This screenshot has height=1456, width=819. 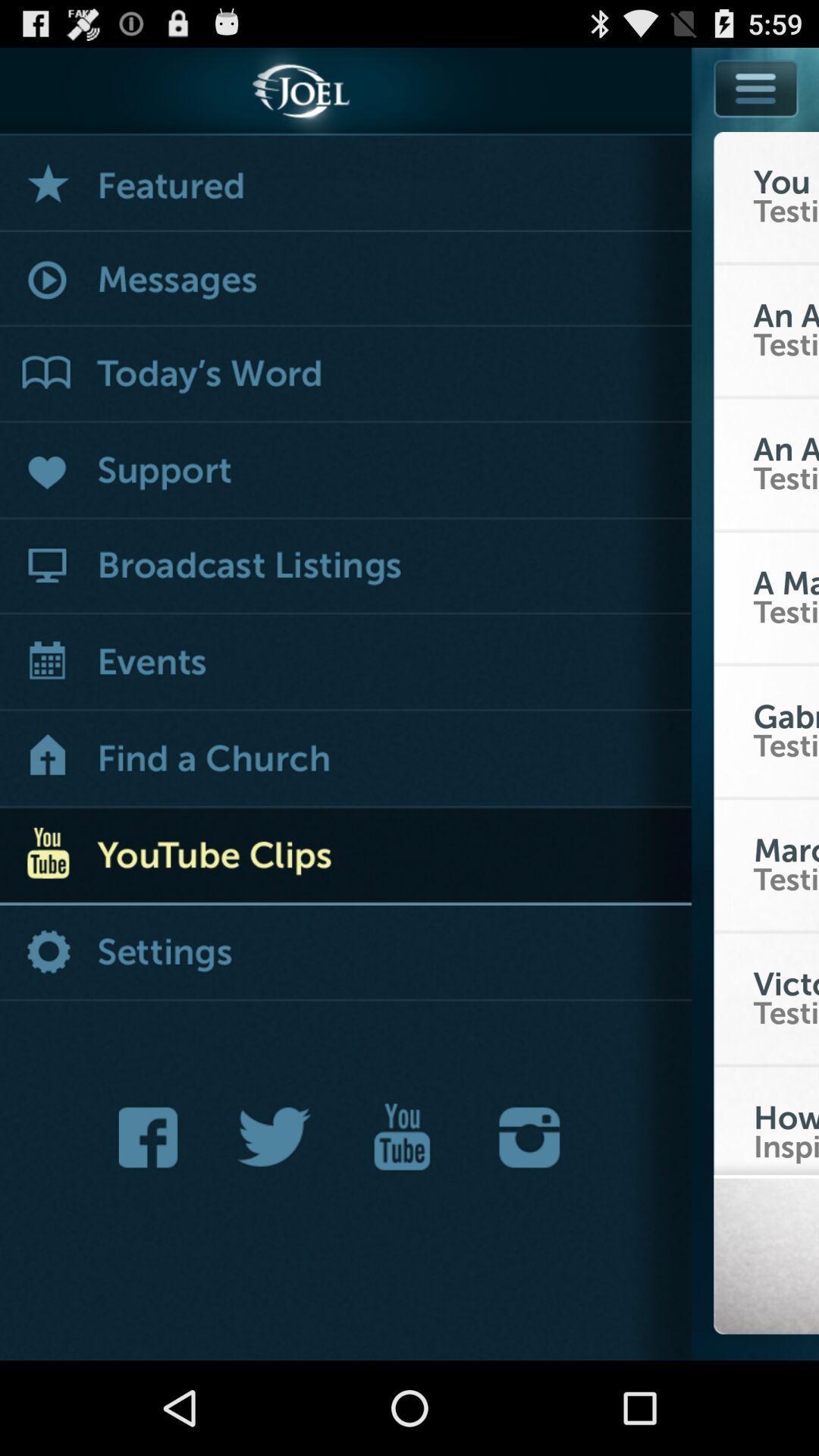 What do you see at coordinates (345, 760) in the screenshot?
I see `find a church` at bounding box center [345, 760].